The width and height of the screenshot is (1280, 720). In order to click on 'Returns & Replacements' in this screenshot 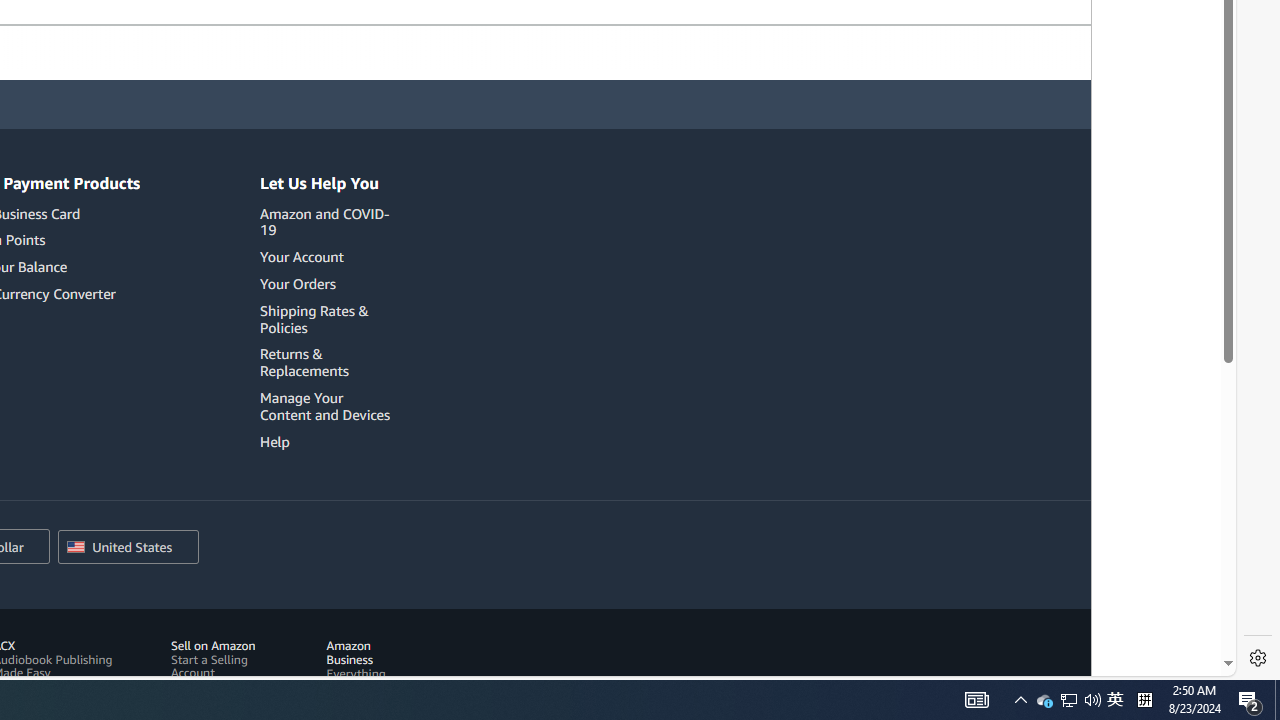, I will do `click(303, 362)`.